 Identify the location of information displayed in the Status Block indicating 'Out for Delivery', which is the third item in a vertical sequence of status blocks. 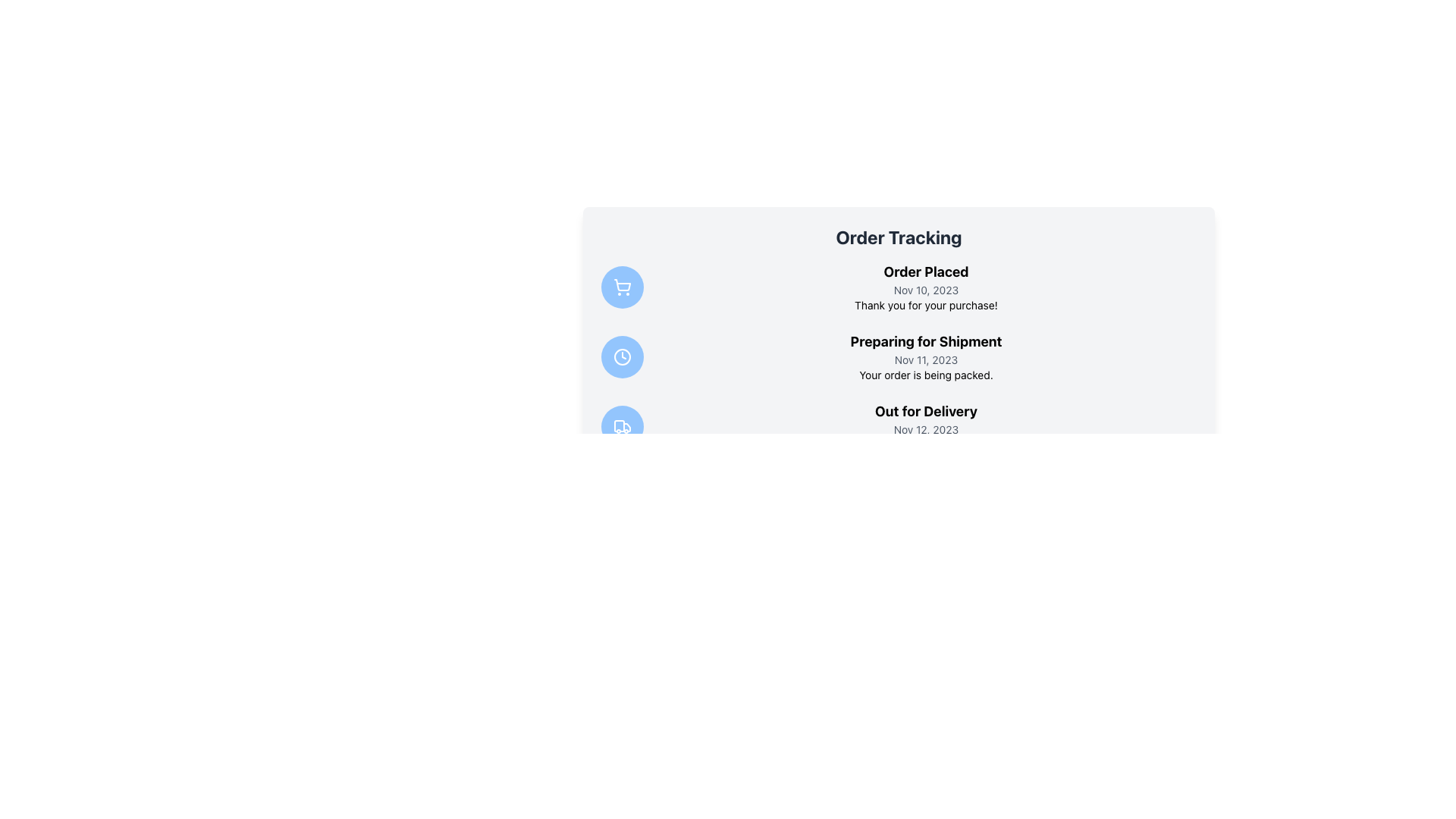
(899, 427).